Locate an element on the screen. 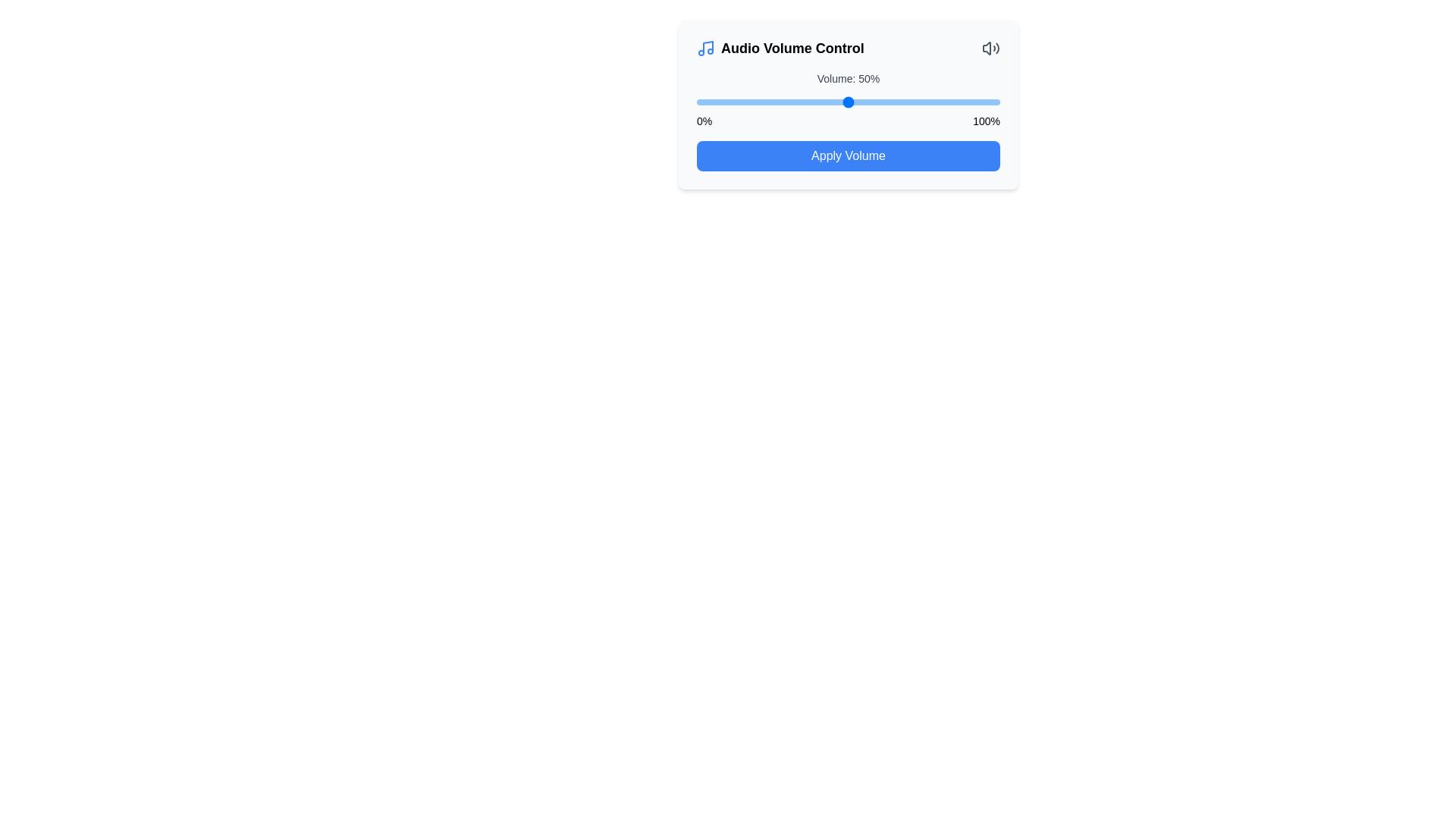 The width and height of the screenshot is (1456, 819). the volume is located at coordinates (847, 102).